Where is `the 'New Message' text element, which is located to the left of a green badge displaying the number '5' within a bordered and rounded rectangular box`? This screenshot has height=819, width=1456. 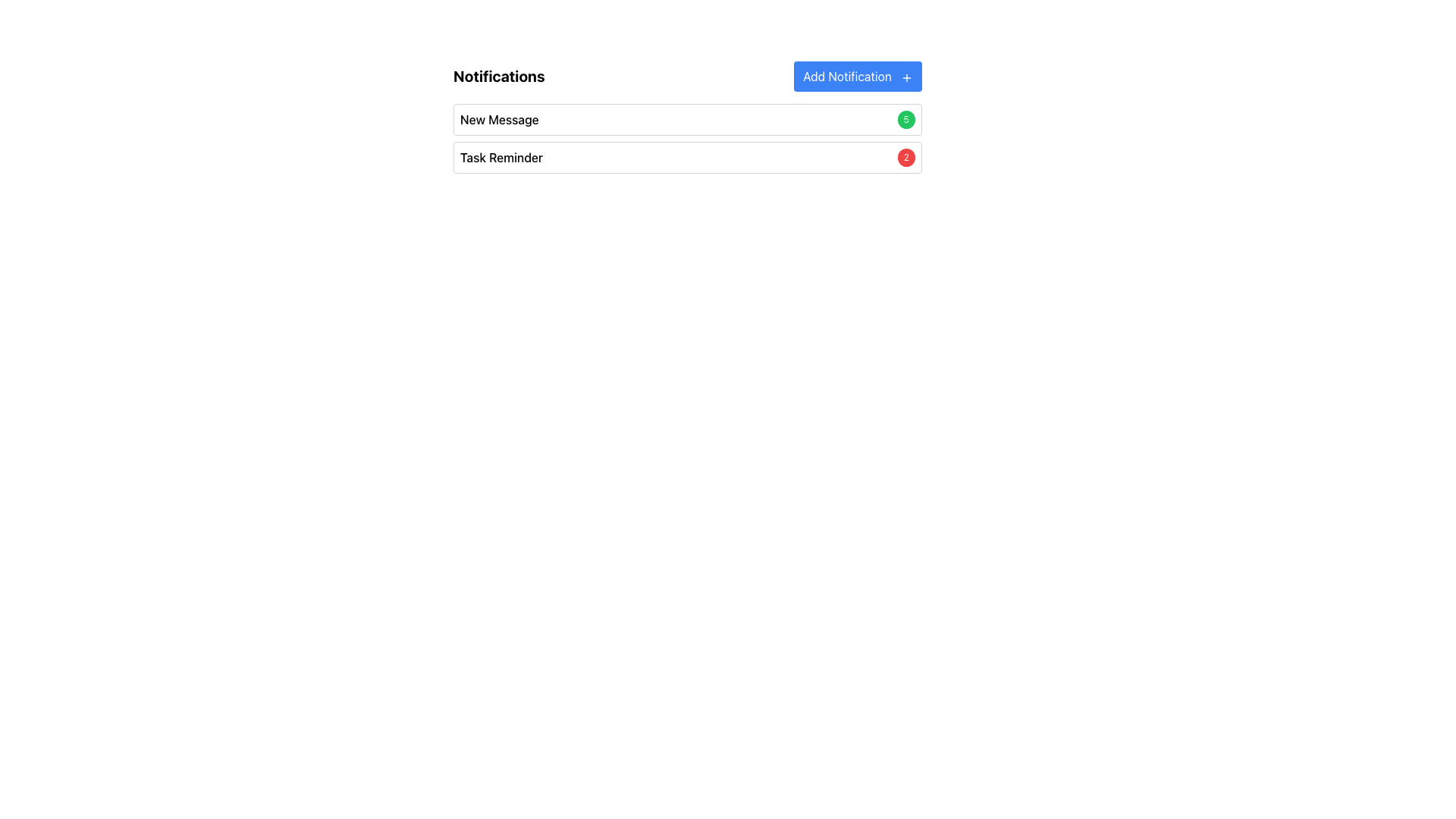 the 'New Message' text element, which is located to the left of a green badge displaying the number '5' within a bordered and rounded rectangular box is located at coordinates (499, 119).